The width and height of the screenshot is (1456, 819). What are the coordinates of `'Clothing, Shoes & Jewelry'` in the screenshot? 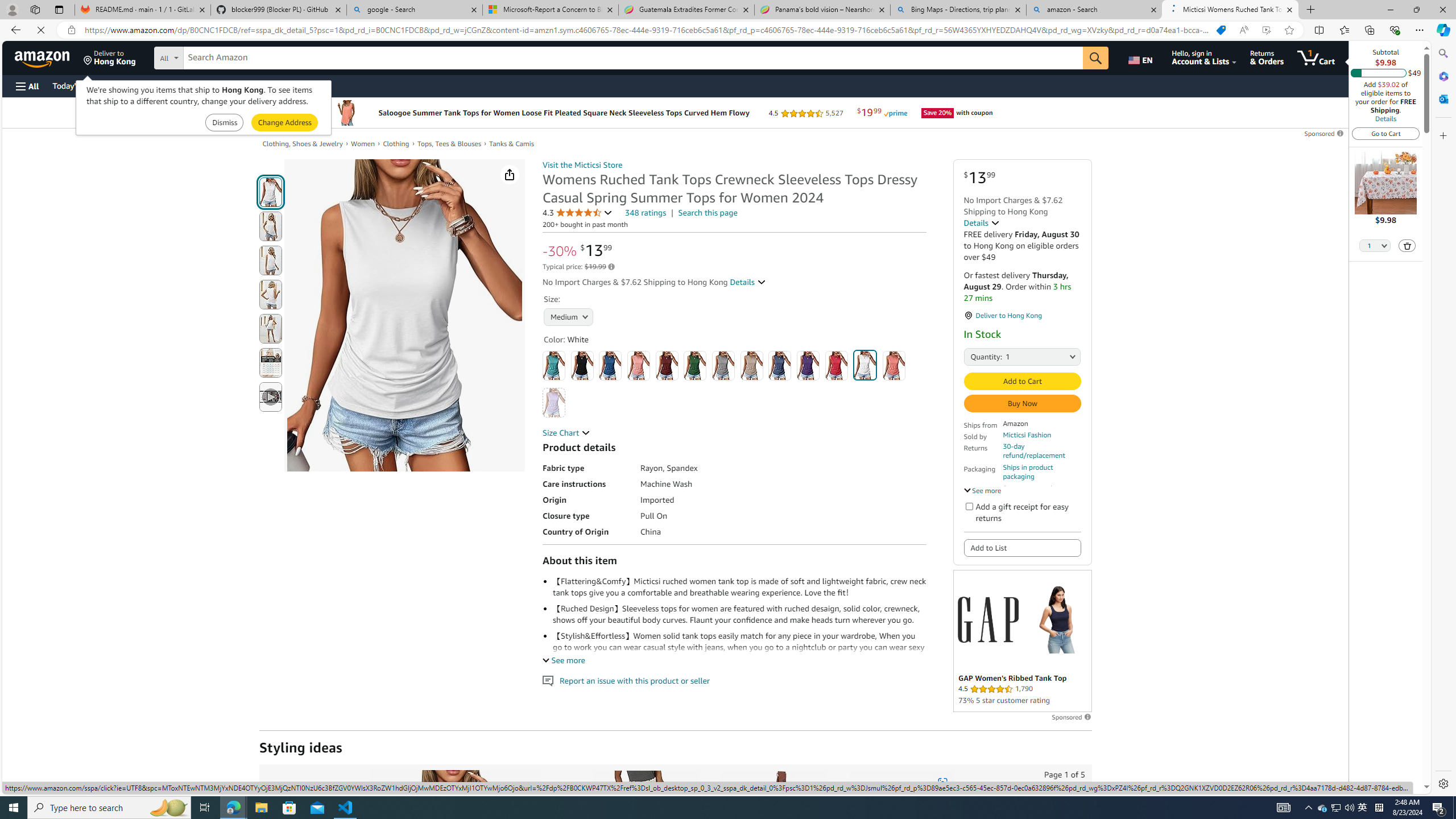 It's located at (302, 143).